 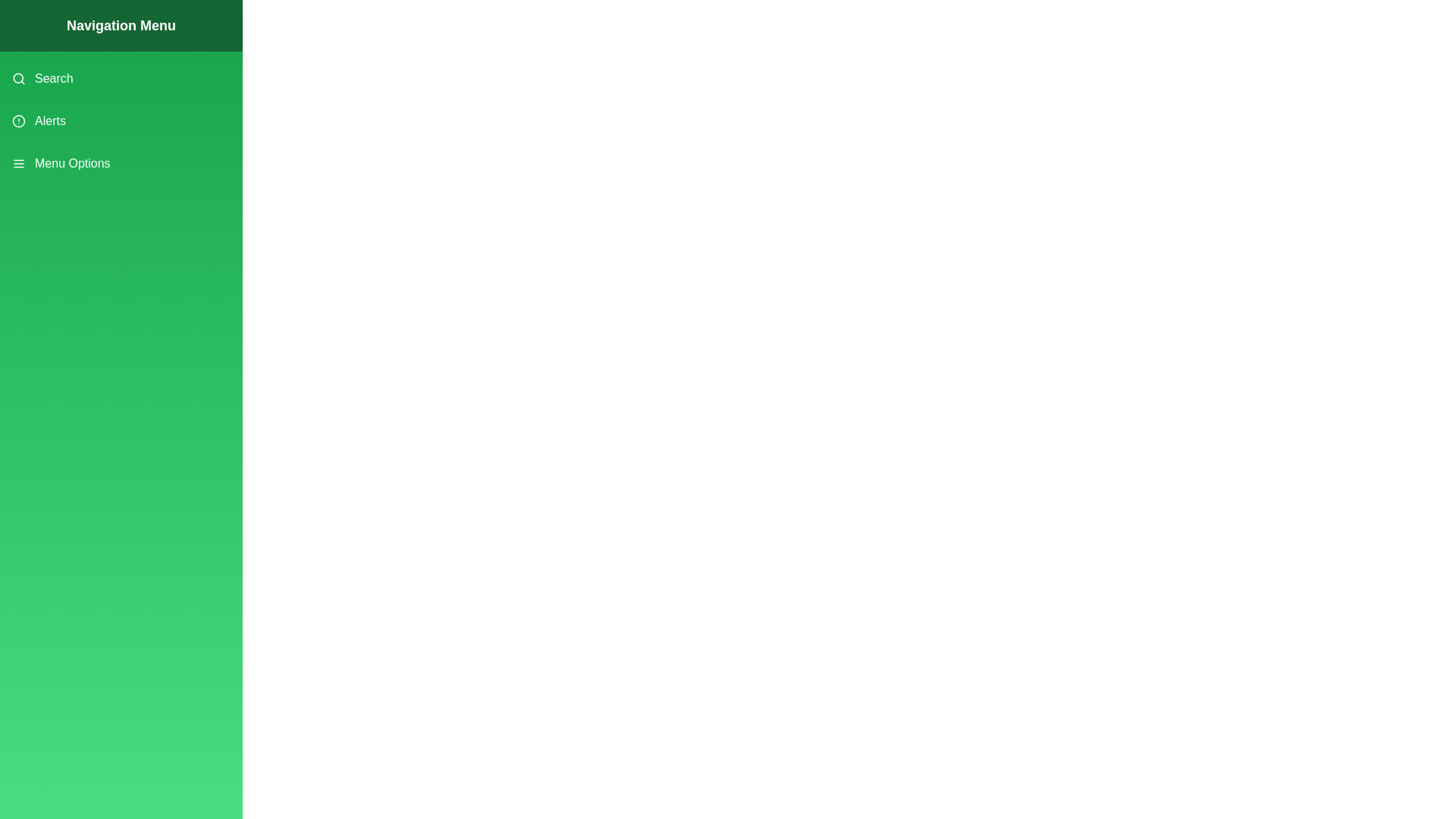 I want to click on the menu item Alerts to observe its hover effect, so click(x=120, y=120).